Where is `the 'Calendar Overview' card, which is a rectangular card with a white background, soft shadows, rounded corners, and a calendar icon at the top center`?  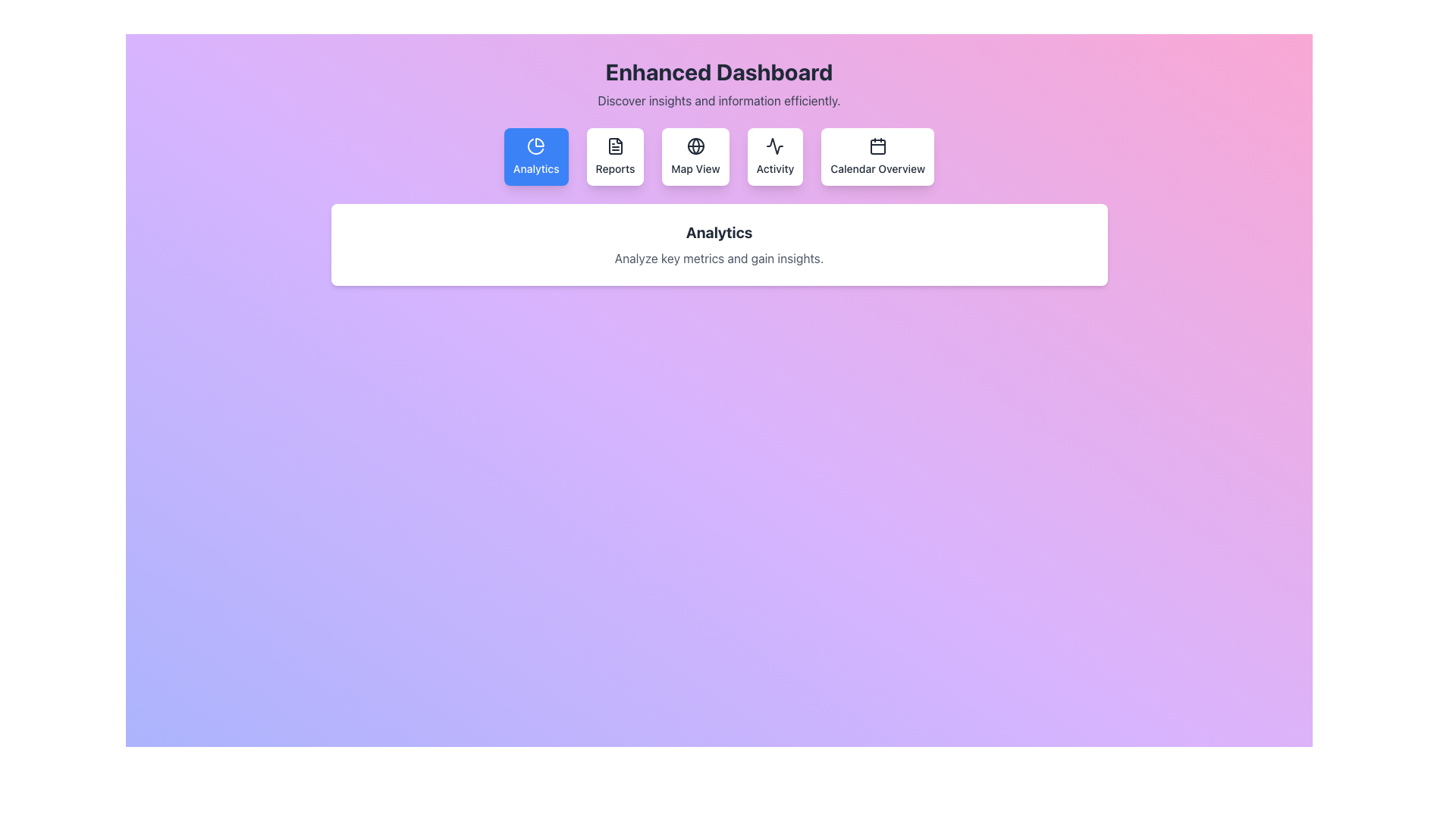
the 'Calendar Overview' card, which is a rectangular card with a white background, soft shadows, rounded corners, and a calendar icon at the top center is located at coordinates (877, 157).